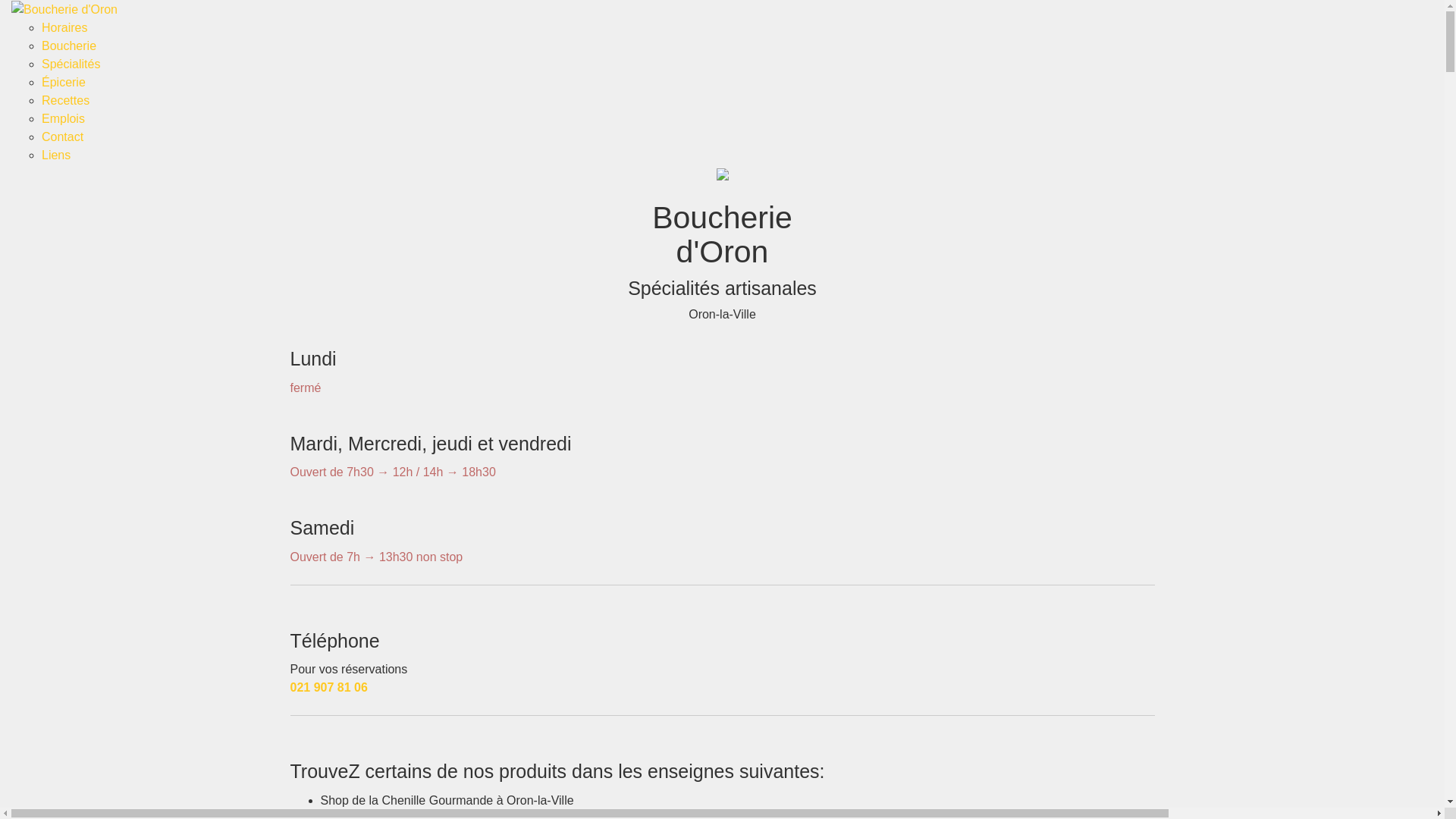 The image size is (1456, 819). What do you see at coordinates (62, 118) in the screenshot?
I see `'Emplois'` at bounding box center [62, 118].